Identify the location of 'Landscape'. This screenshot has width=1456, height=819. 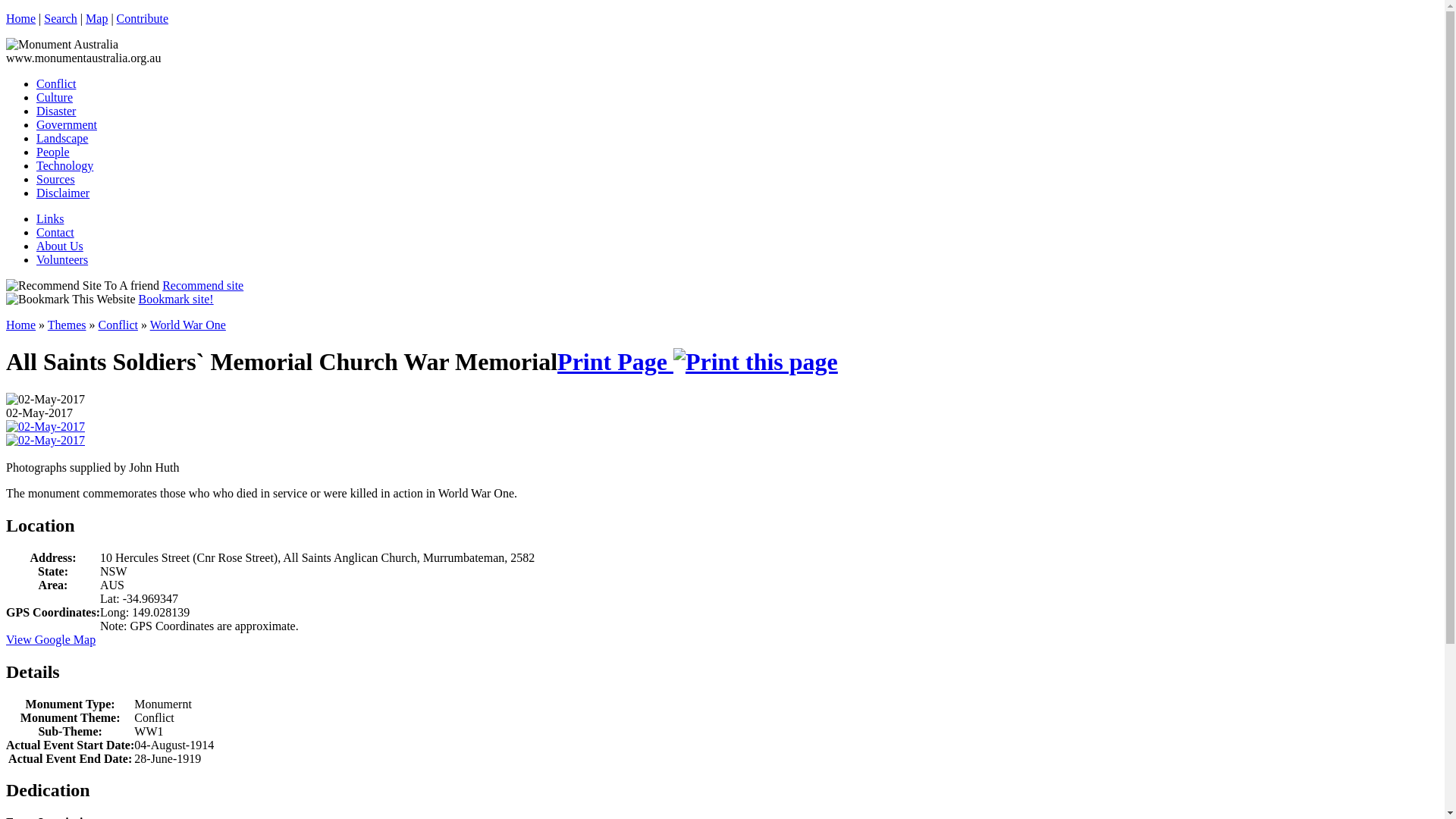
(61, 138).